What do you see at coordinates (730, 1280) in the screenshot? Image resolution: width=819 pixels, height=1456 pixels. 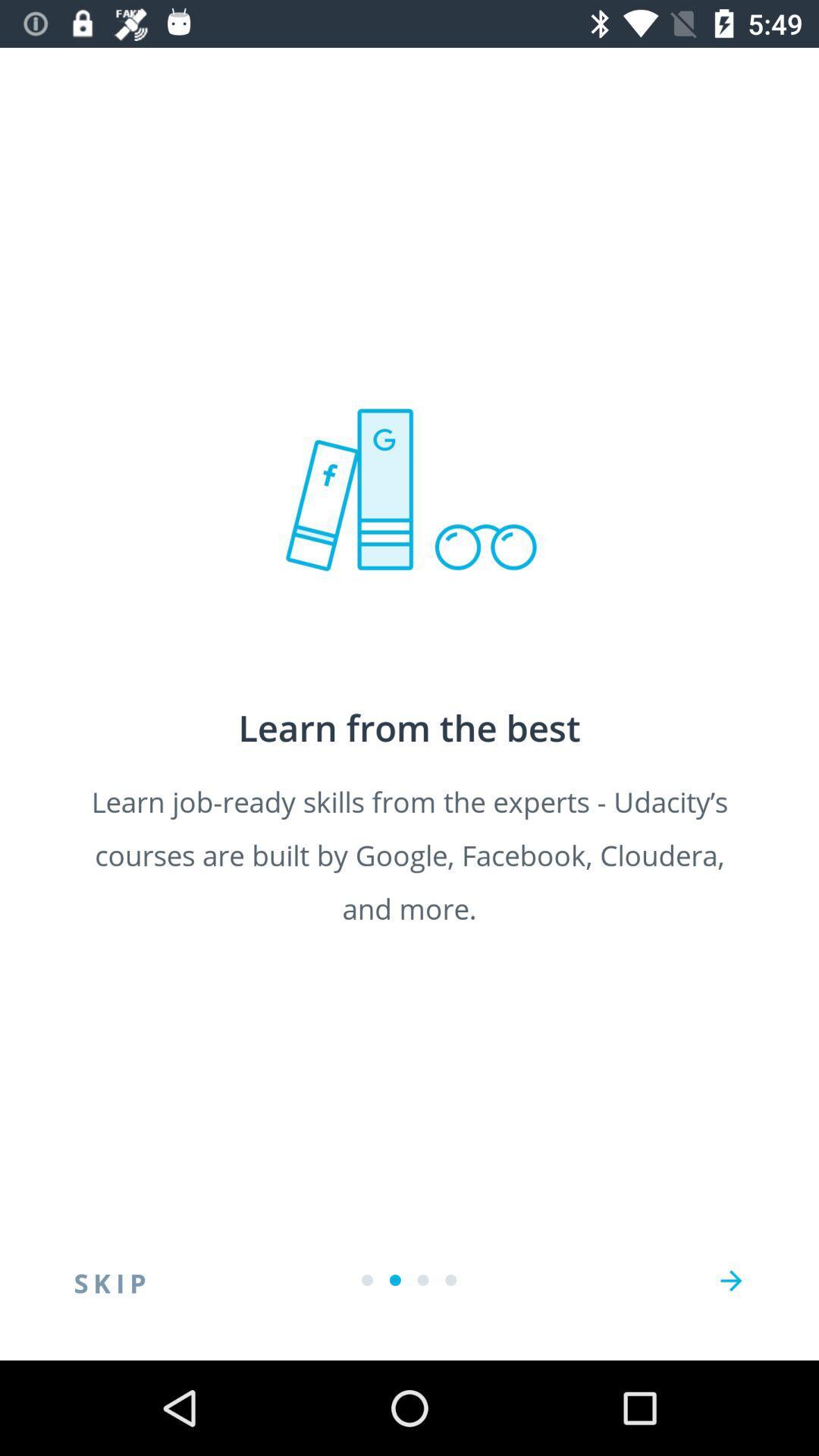 I see `icon below the learn job ready` at bounding box center [730, 1280].